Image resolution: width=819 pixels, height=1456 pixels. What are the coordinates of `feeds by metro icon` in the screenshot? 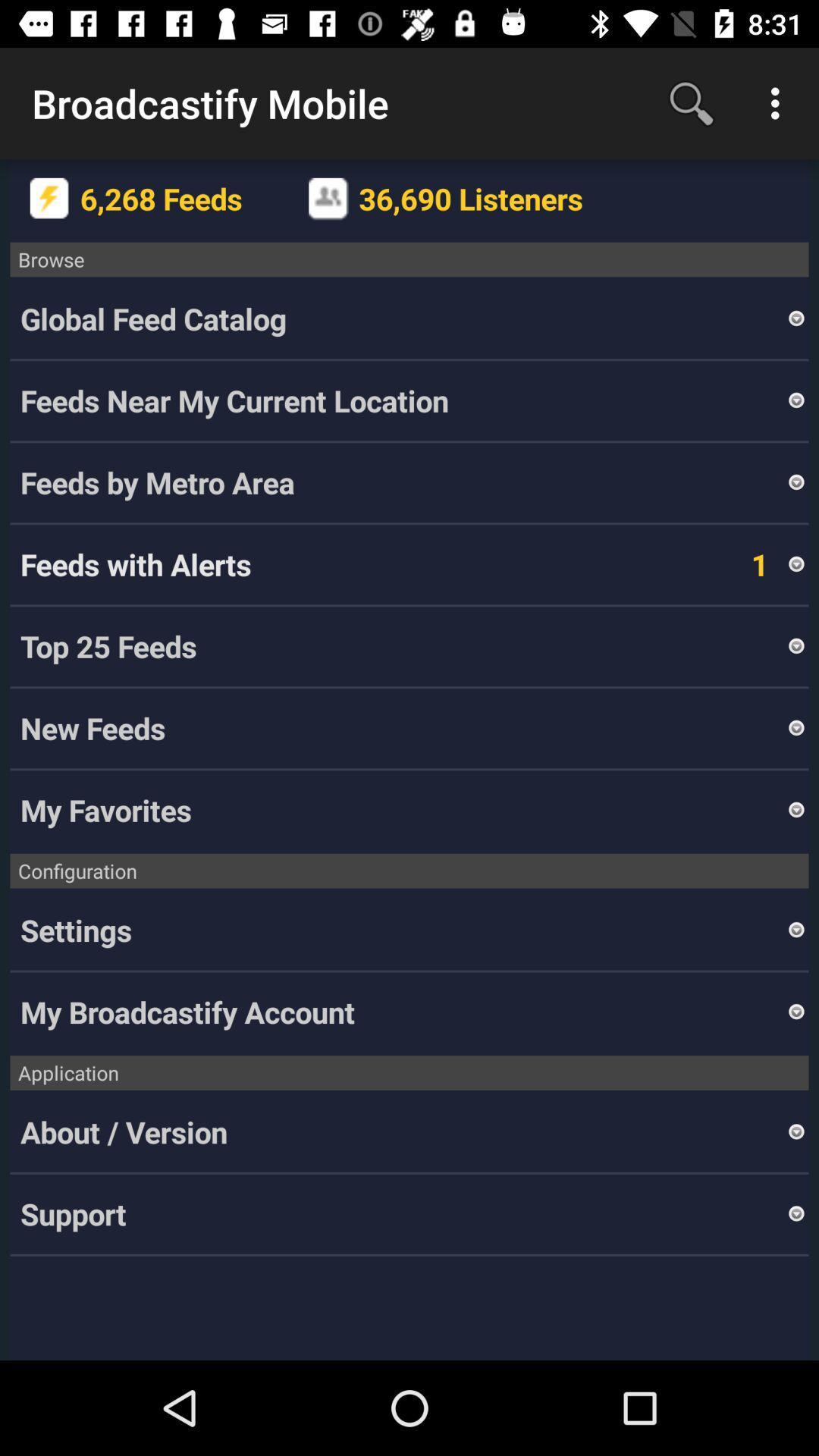 It's located at (402, 482).